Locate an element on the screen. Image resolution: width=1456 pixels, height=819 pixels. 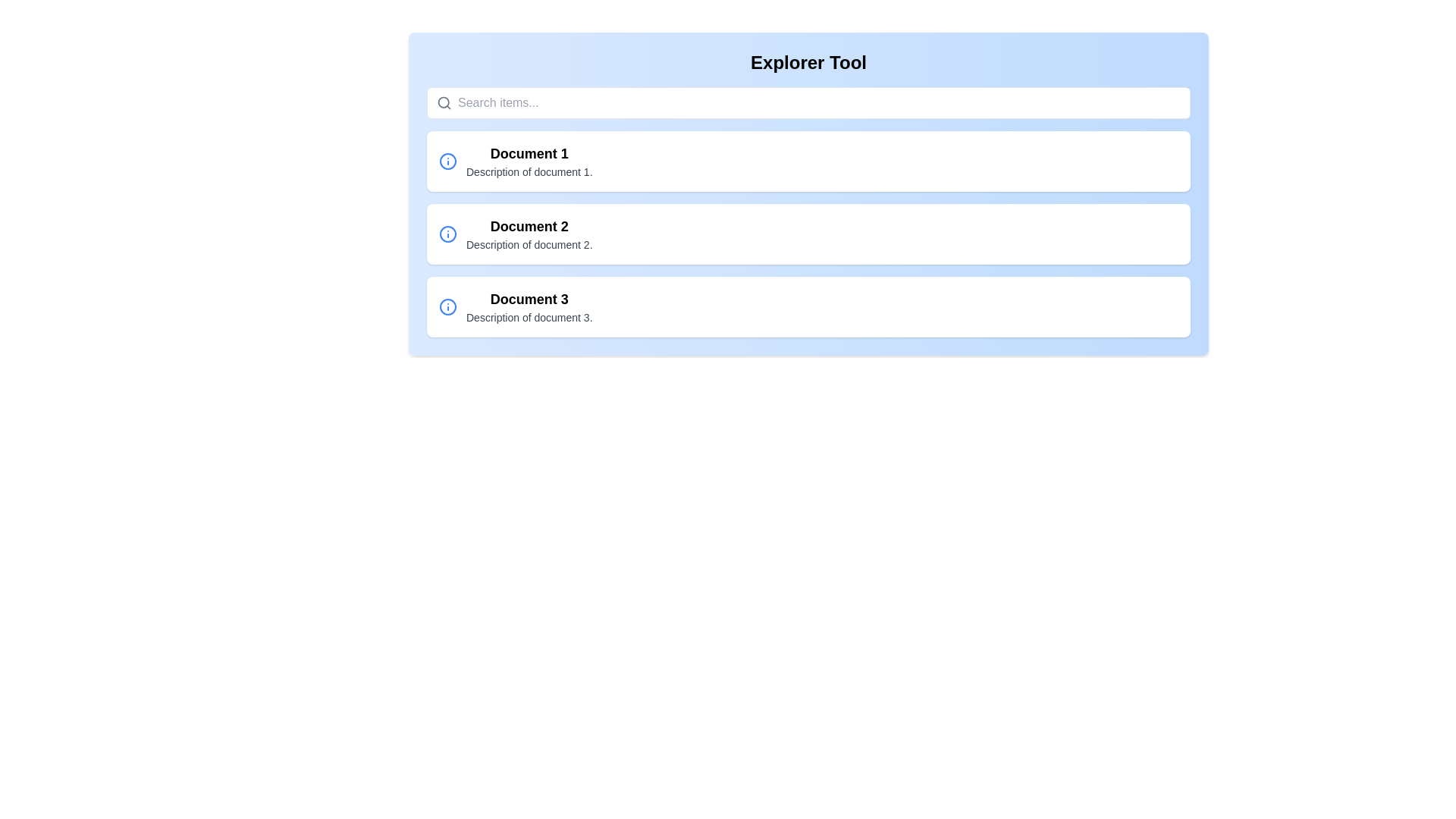
the static text label that contains the text 'Description of document 2.', which is styled in light grey and positioned below the title 'Document 2' in the Explorer Tool panel is located at coordinates (529, 244).